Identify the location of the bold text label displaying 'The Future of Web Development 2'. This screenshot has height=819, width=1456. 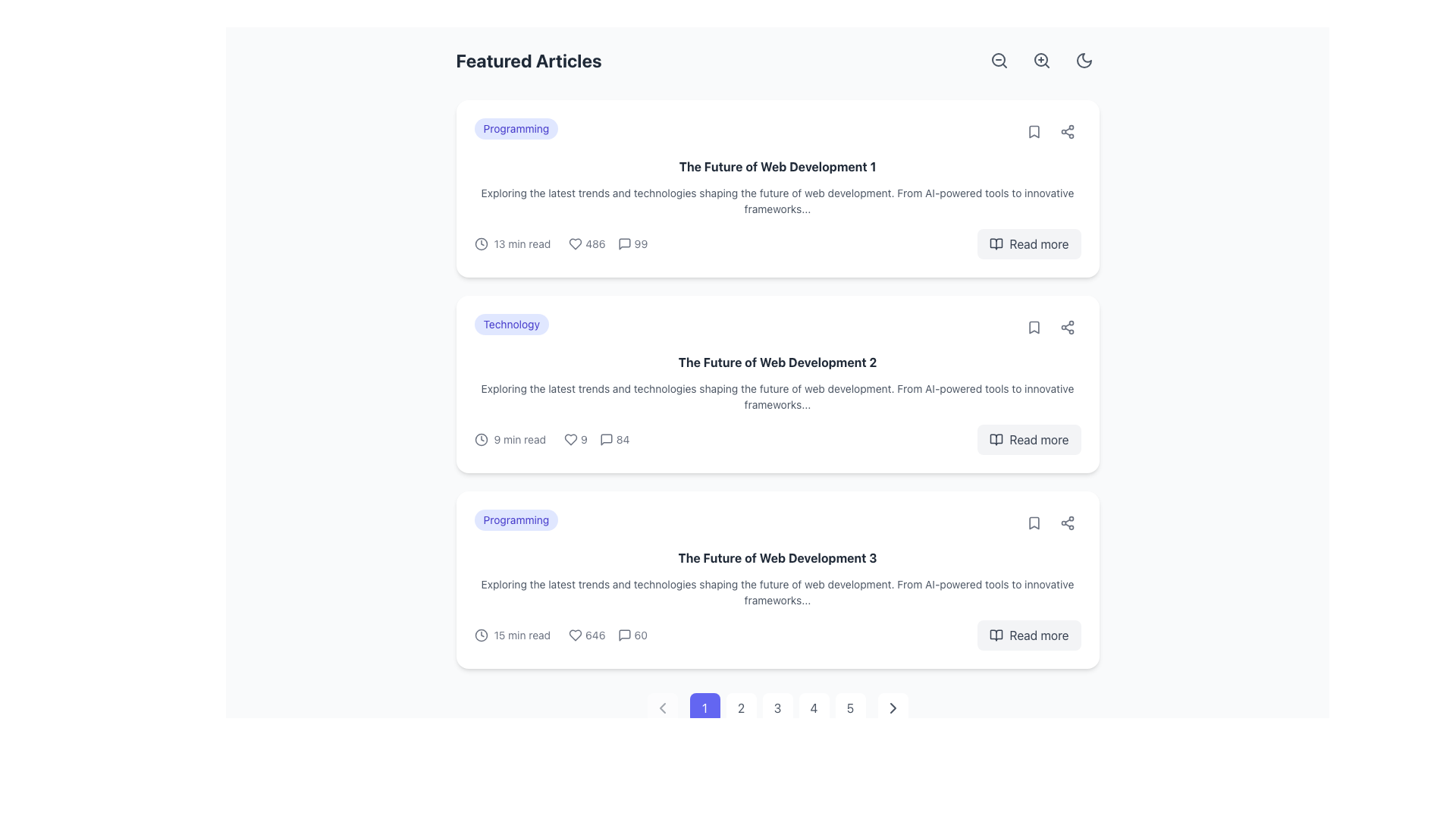
(777, 362).